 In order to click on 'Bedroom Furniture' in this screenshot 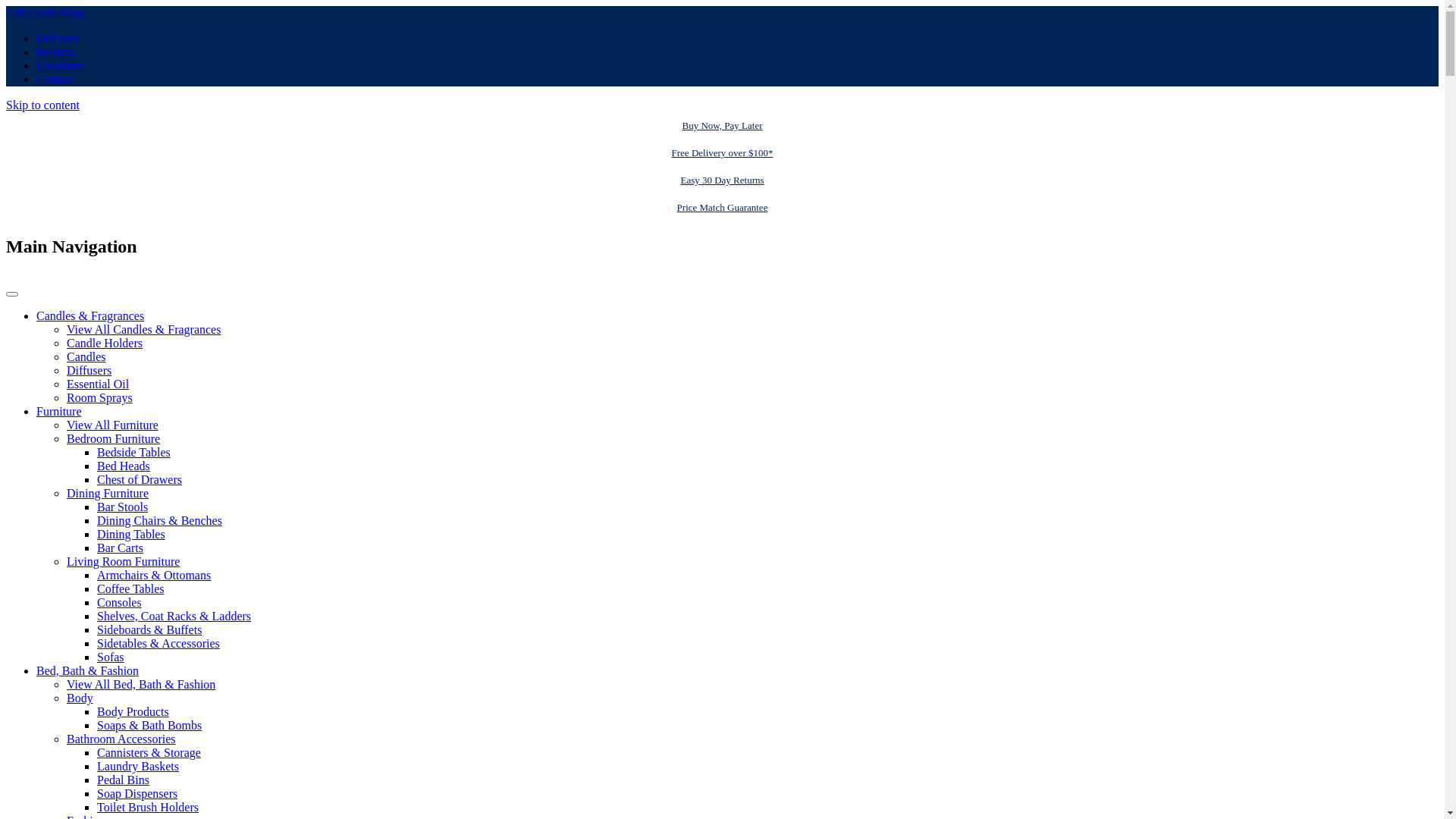, I will do `click(112, 438)`.